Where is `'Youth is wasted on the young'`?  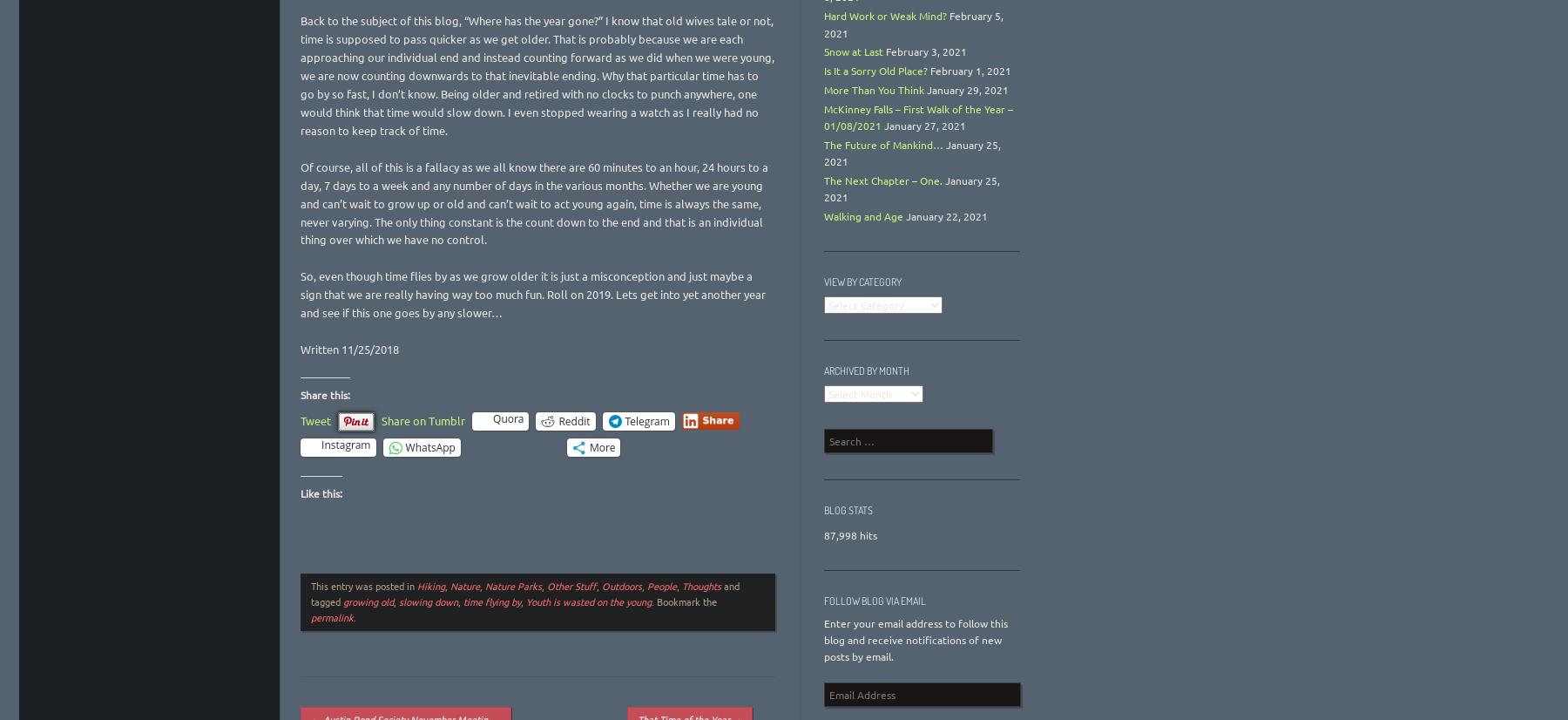 'Youth is wasted on the young' is located at coordinates (526, 601).